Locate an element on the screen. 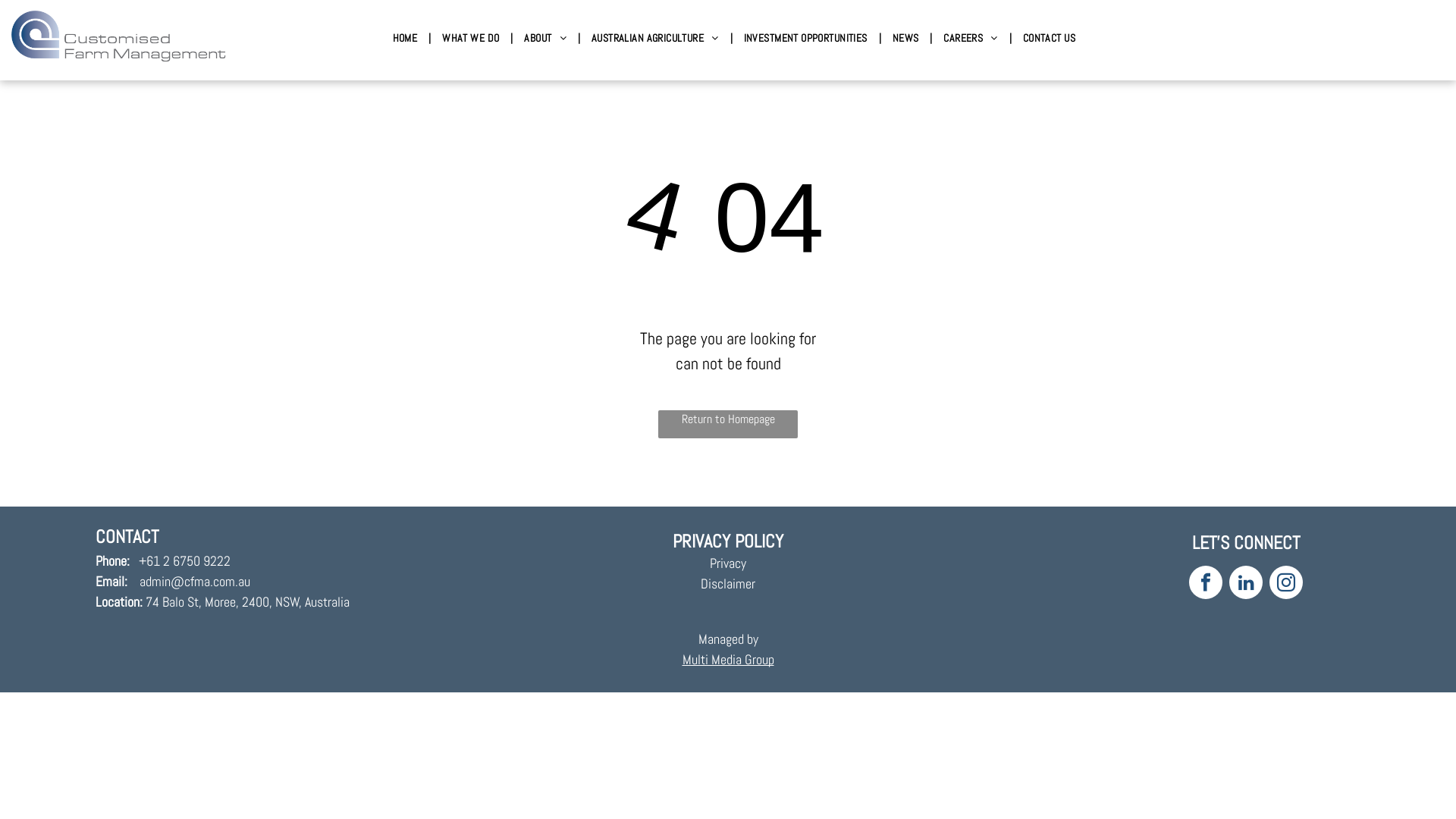 This screenshot has width=1456, height=819. 'CAREERS' is located at coordinates (969, 38).